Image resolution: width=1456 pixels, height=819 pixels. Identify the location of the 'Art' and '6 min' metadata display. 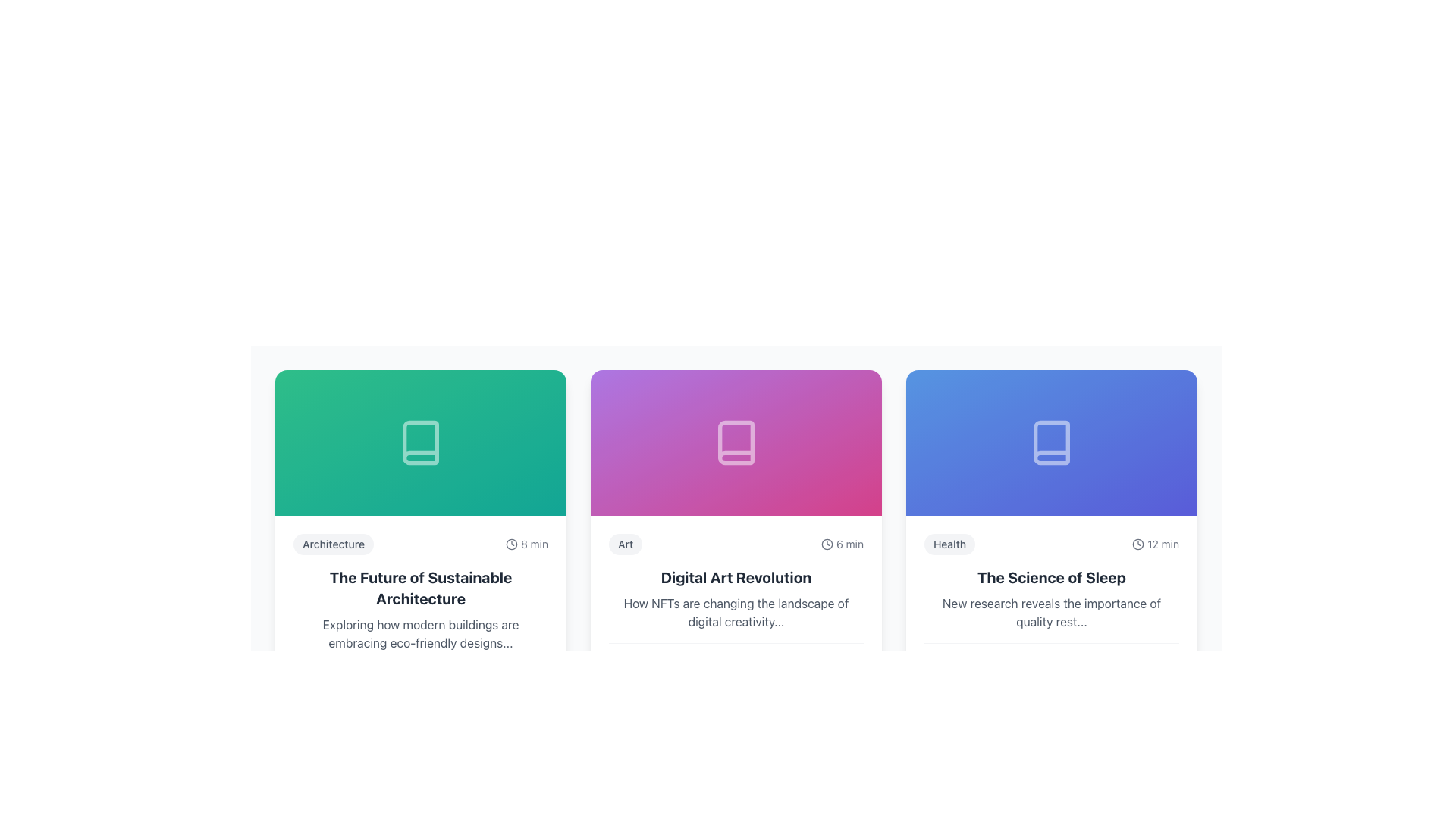
(736, 543).